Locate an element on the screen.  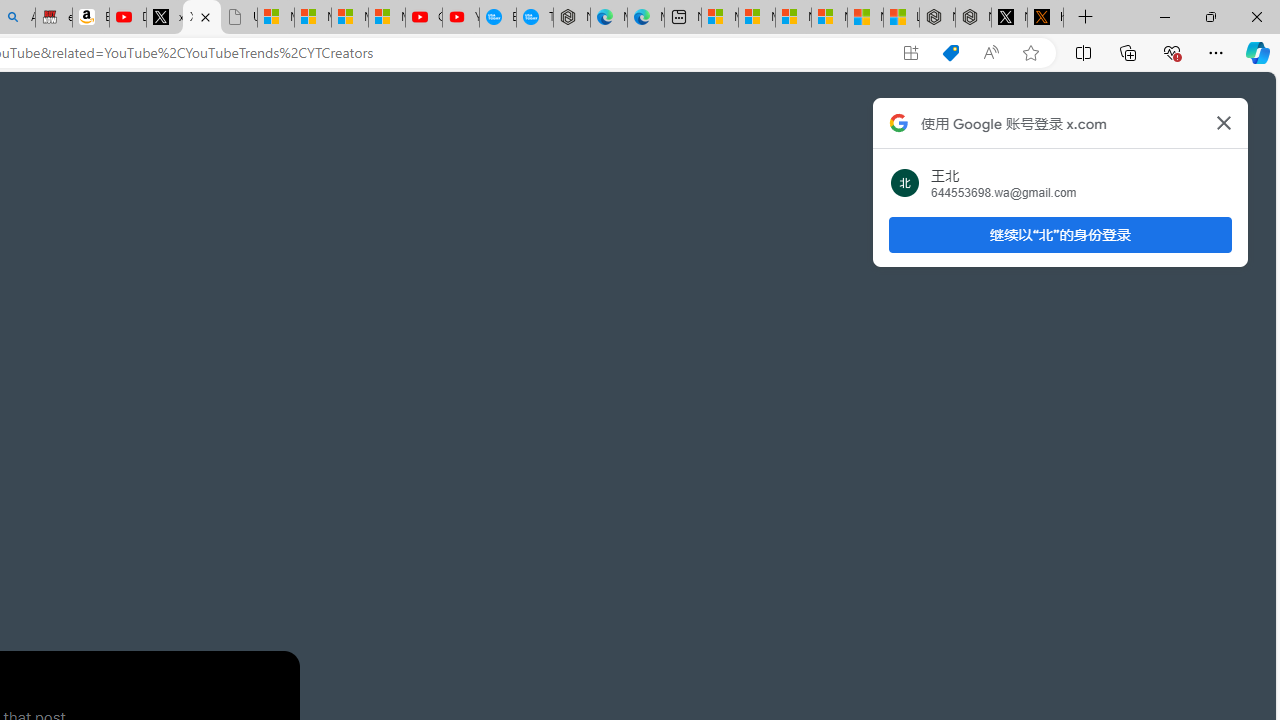
'Class: Bz112c Bz112c-r9oPif' is located at coordinates (1223, 123).